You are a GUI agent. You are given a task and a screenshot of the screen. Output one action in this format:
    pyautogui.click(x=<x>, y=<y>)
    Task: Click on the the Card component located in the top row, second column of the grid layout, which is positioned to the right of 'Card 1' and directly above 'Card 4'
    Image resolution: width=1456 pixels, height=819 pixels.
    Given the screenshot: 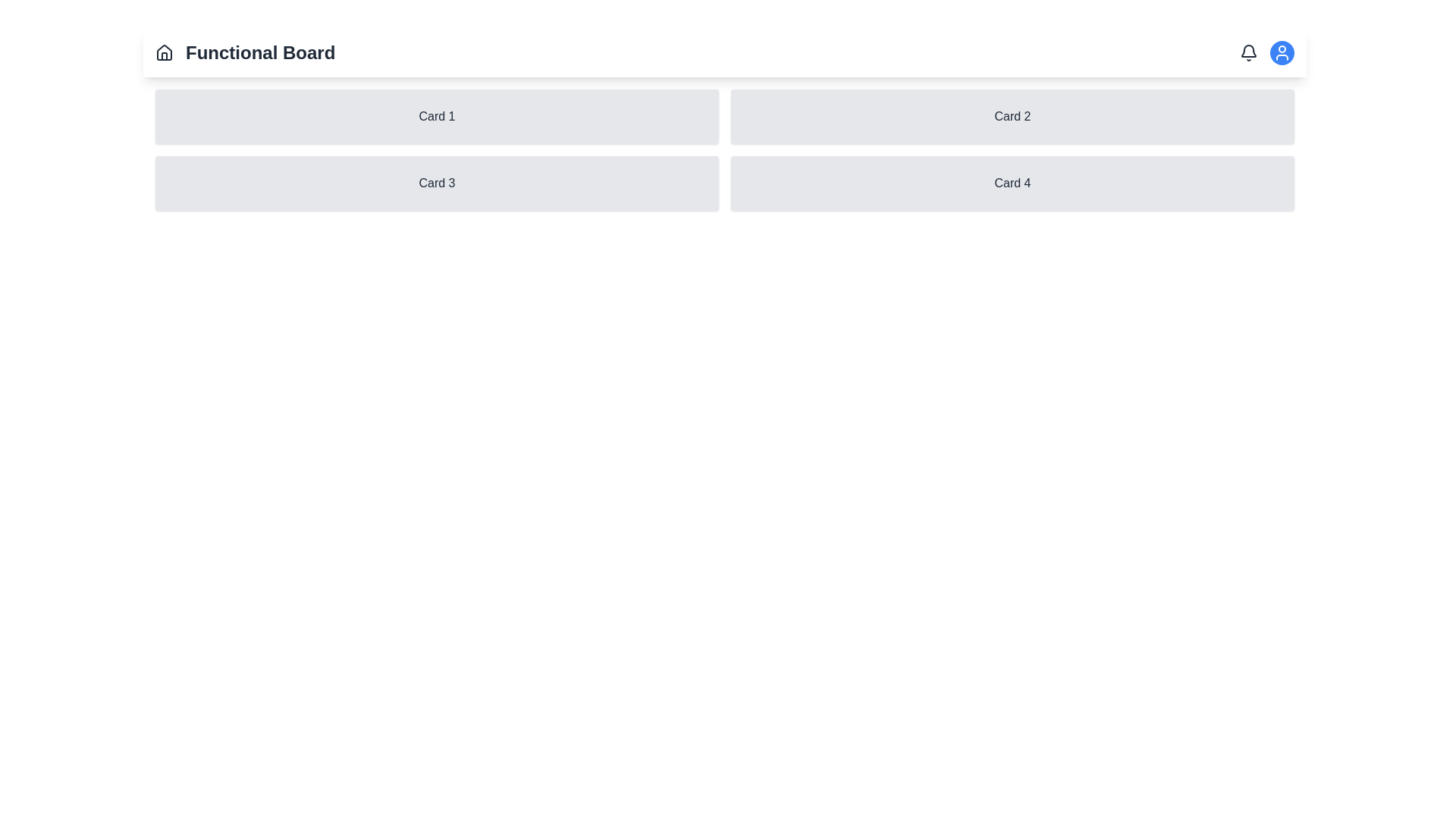 What is the action you would take?
    pyautogui.click(x=1012, y=116)
    